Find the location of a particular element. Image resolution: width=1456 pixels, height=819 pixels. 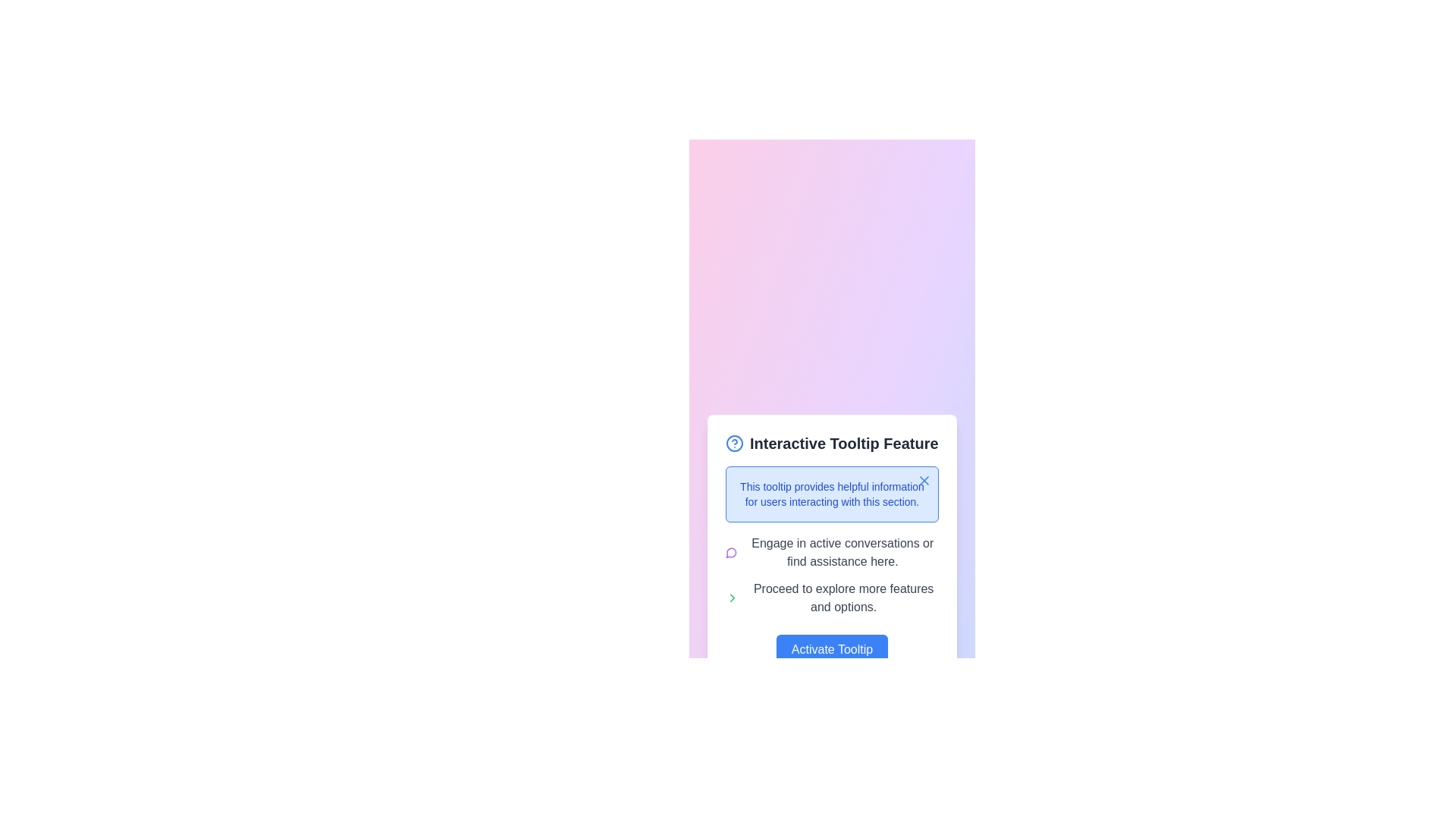

label 'Interactive Tooltip Feature', which is a bold, dark gray text component located at the top of a card layout, next to a blue question mark icon is located at coordinates (831, 444).